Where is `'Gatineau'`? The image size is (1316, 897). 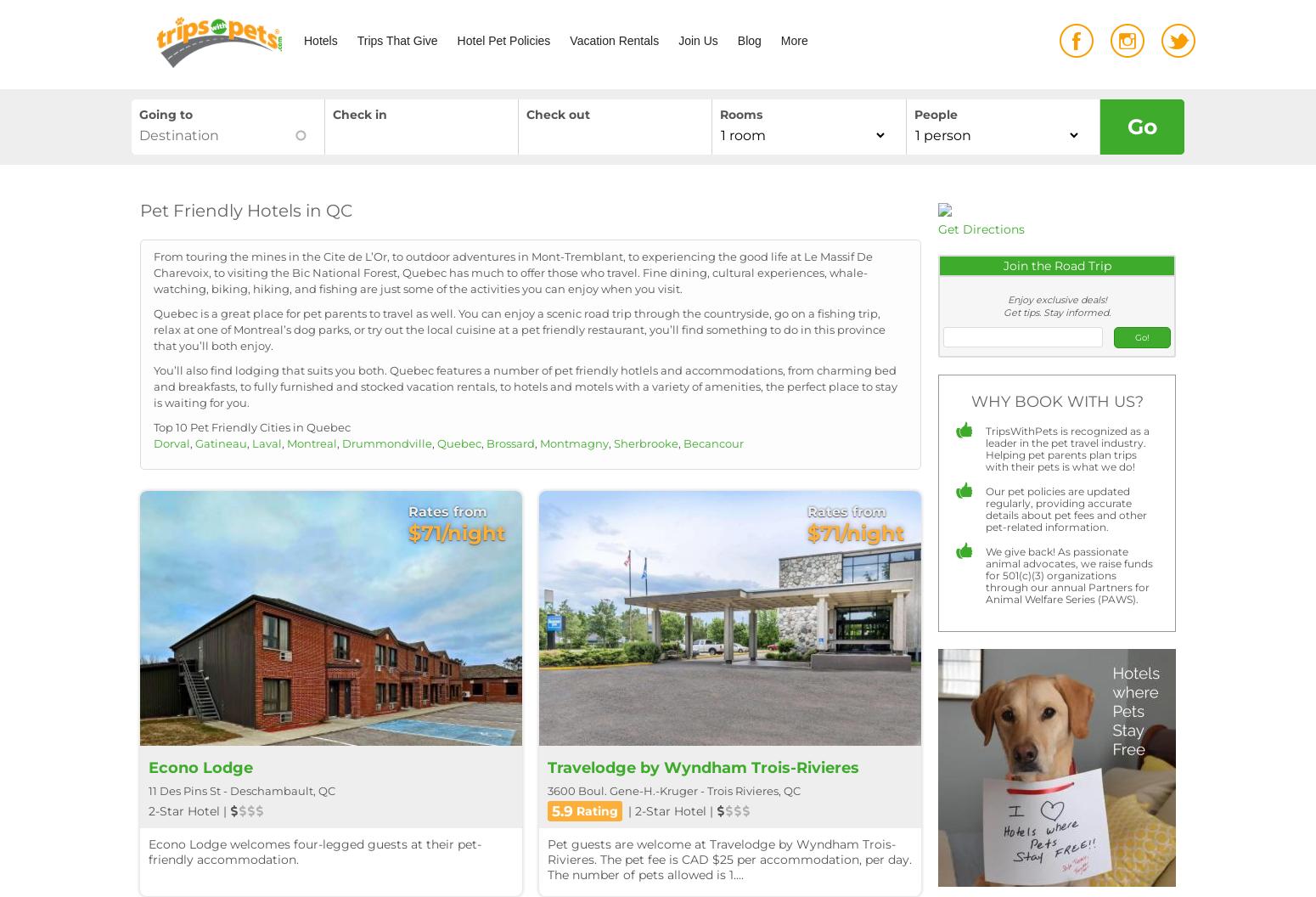
'Gatineau' is located at coordinates (194, 442).